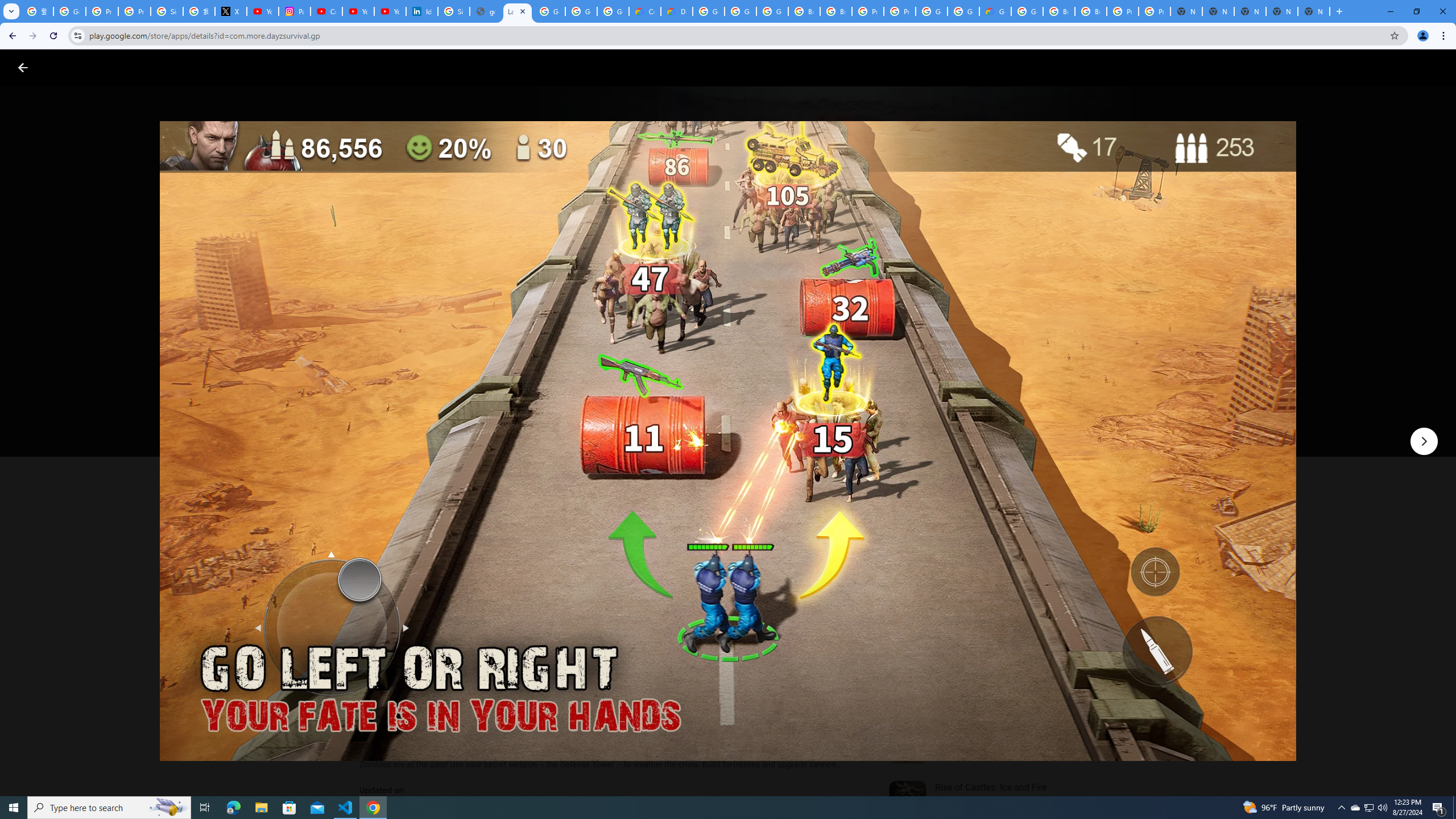  I want to click on 'Google Cloud Platform', so click(1027, 11).